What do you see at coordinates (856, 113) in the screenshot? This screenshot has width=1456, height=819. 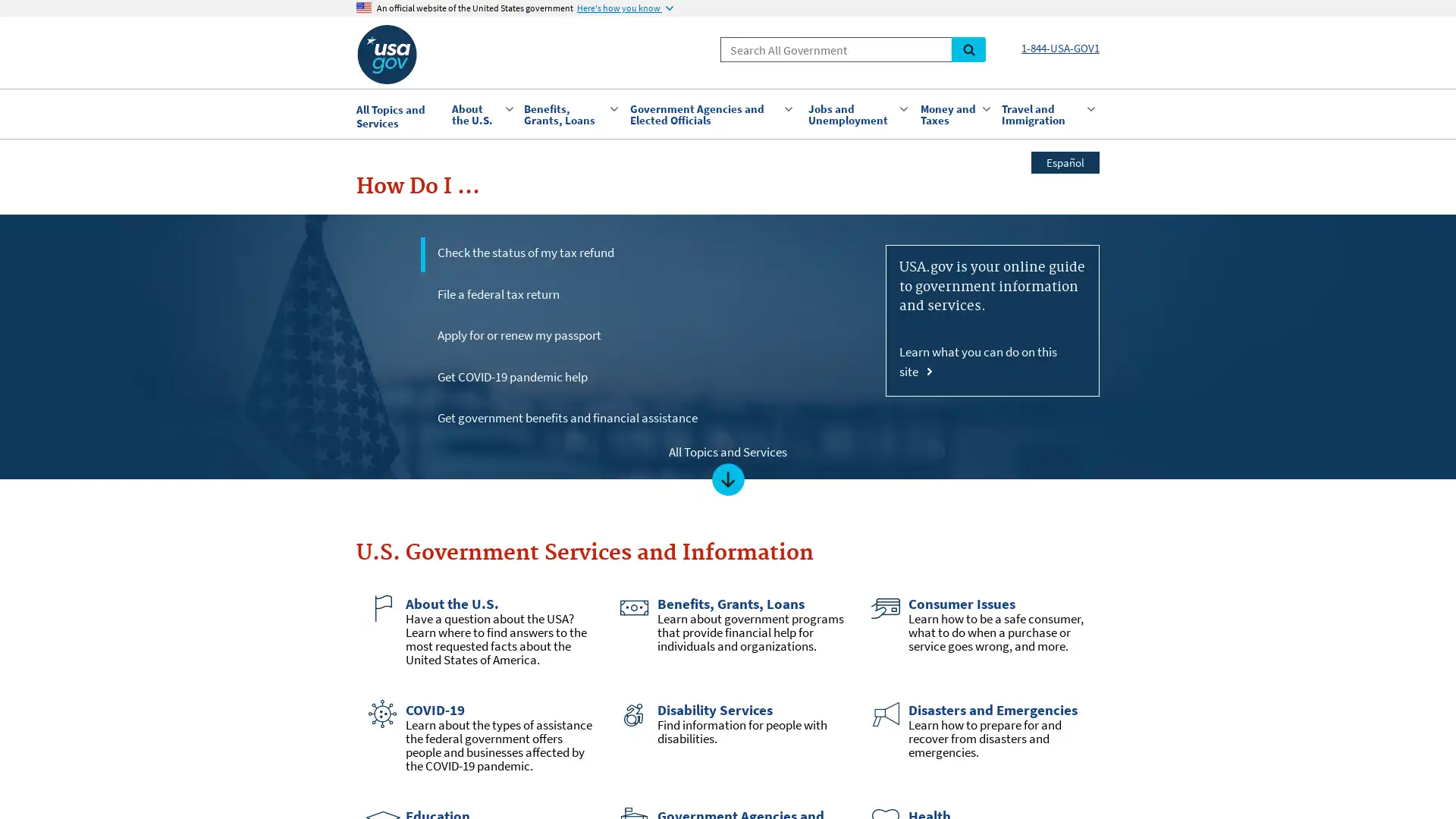 I see `Jobs and Unemployment` at bounding box center [856, 113].